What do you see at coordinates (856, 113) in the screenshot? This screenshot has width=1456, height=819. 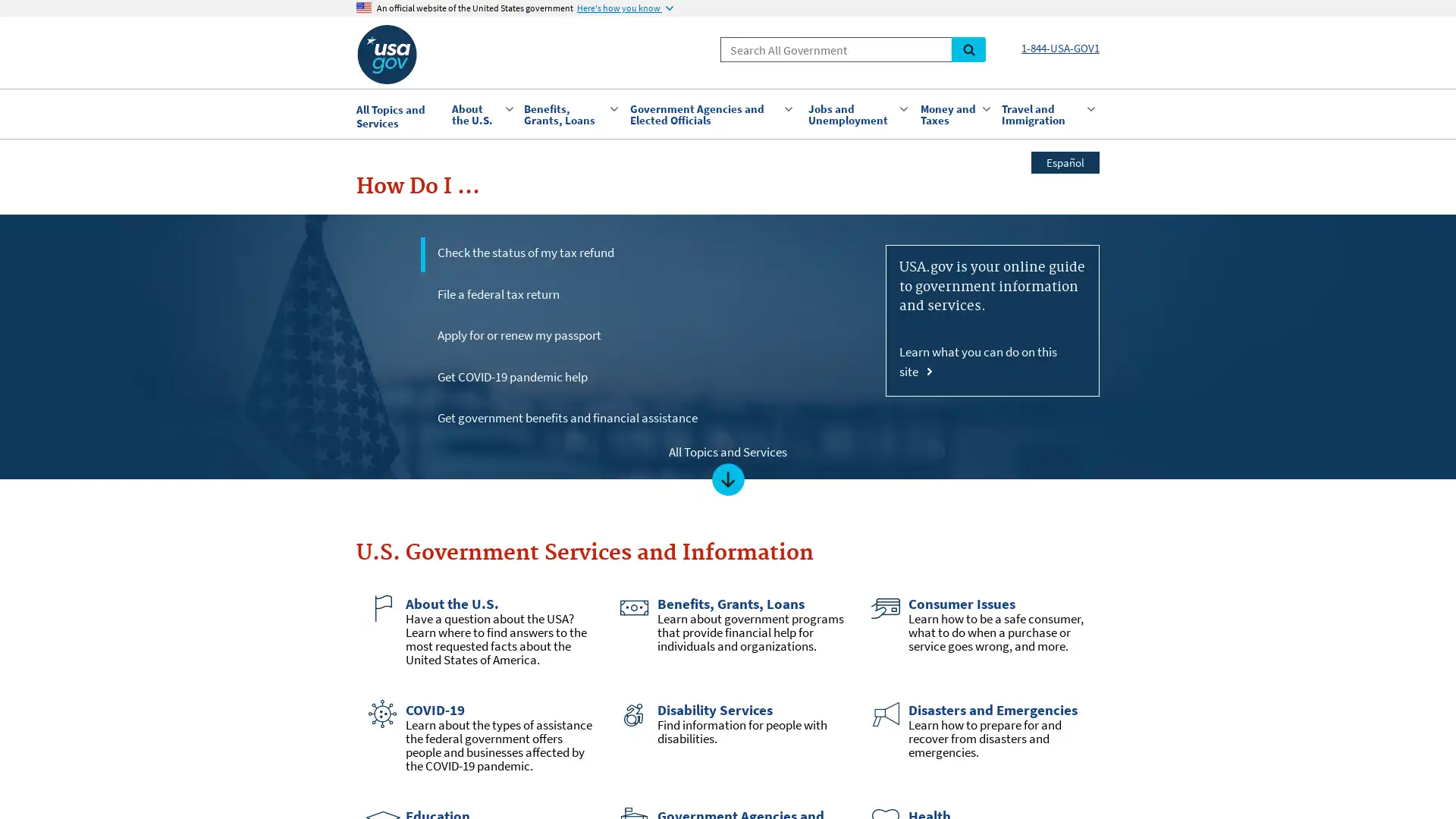 I see `Jobs and Unemployment` at bounding box center [856, 113].